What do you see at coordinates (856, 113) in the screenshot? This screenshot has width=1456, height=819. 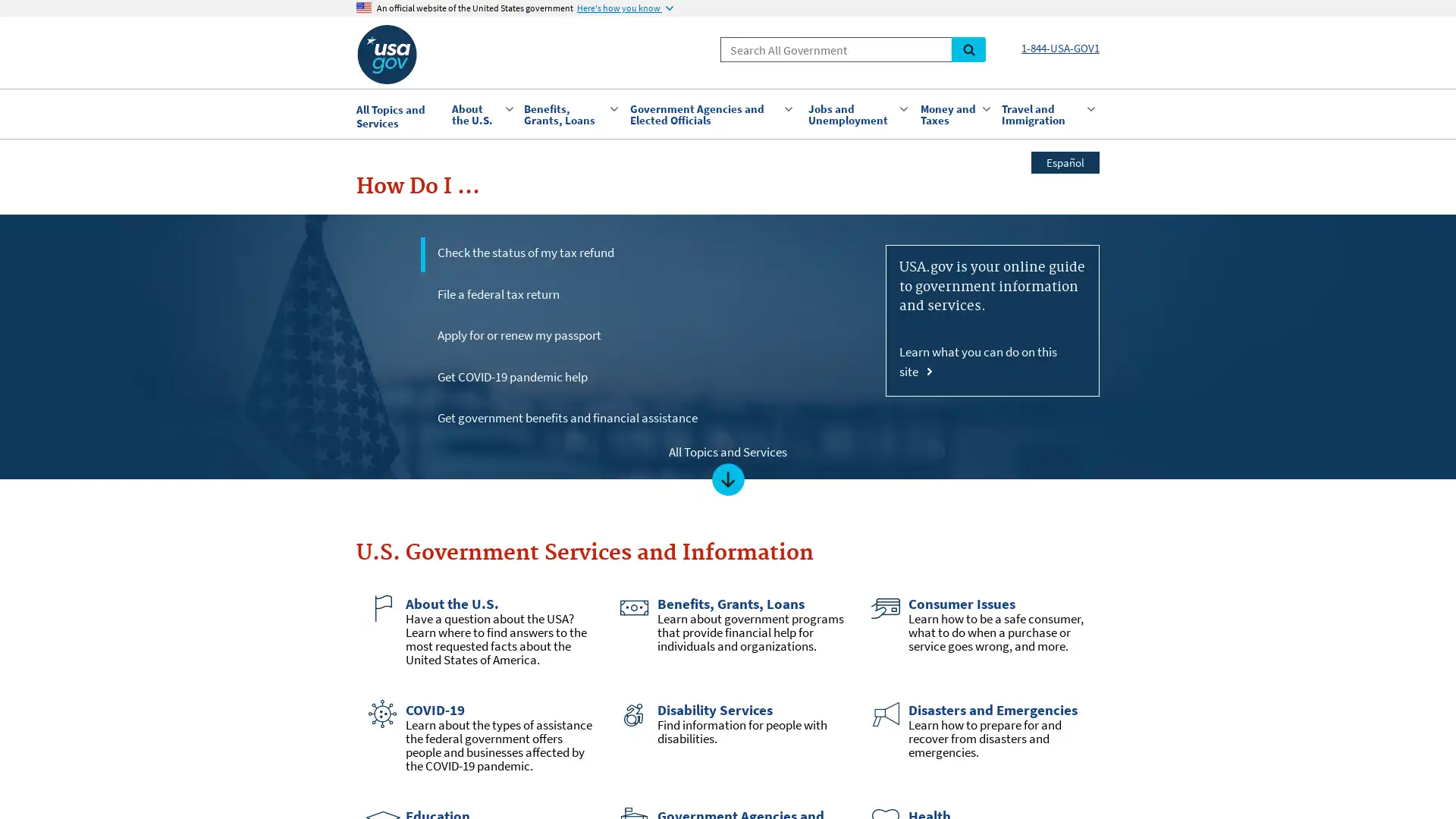 I see `Jobs and Unemployment` at bounding box center [856, 113].